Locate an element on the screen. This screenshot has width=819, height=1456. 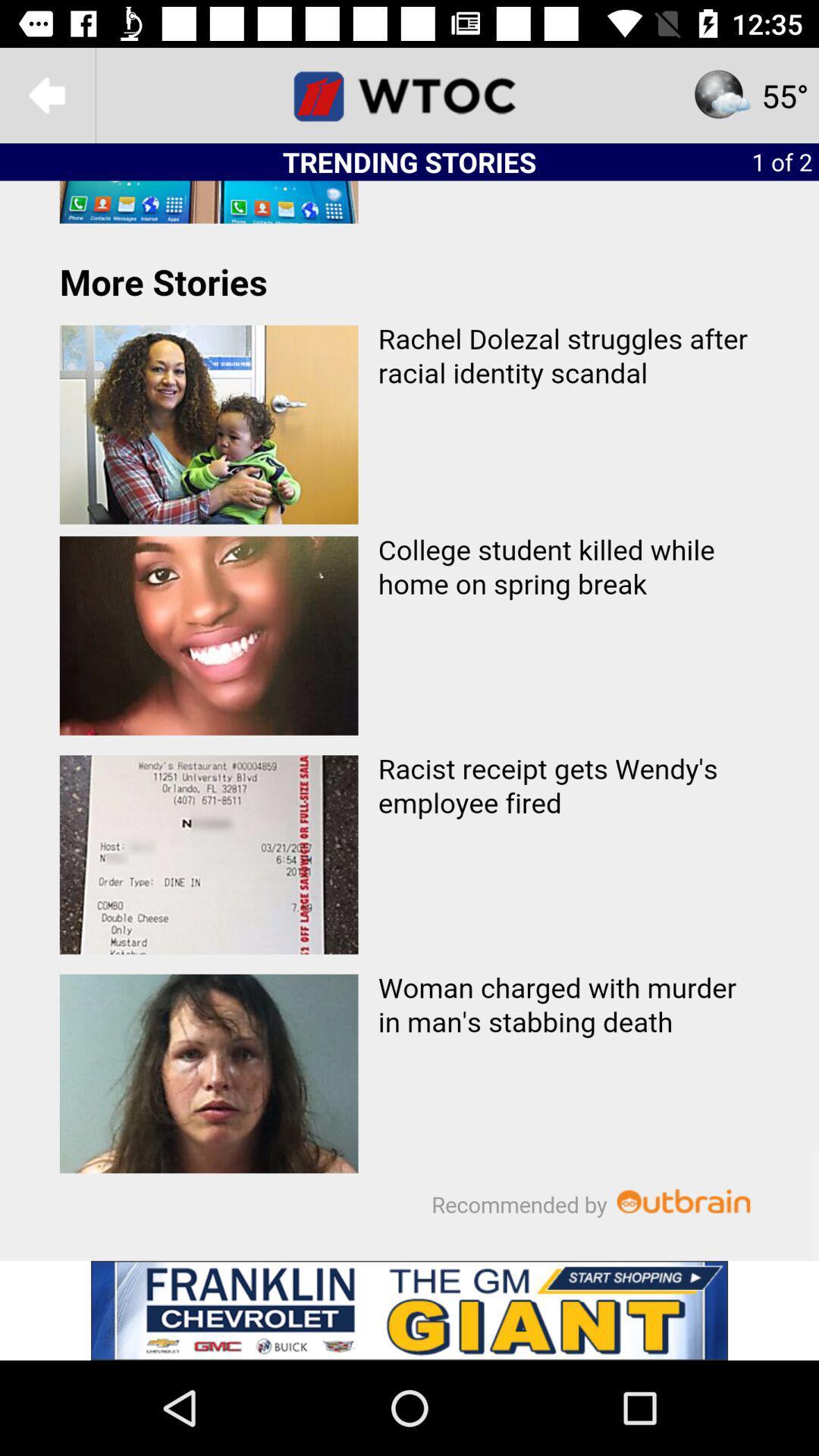
the arrow_backward icon is located at coordinates (46, 94).